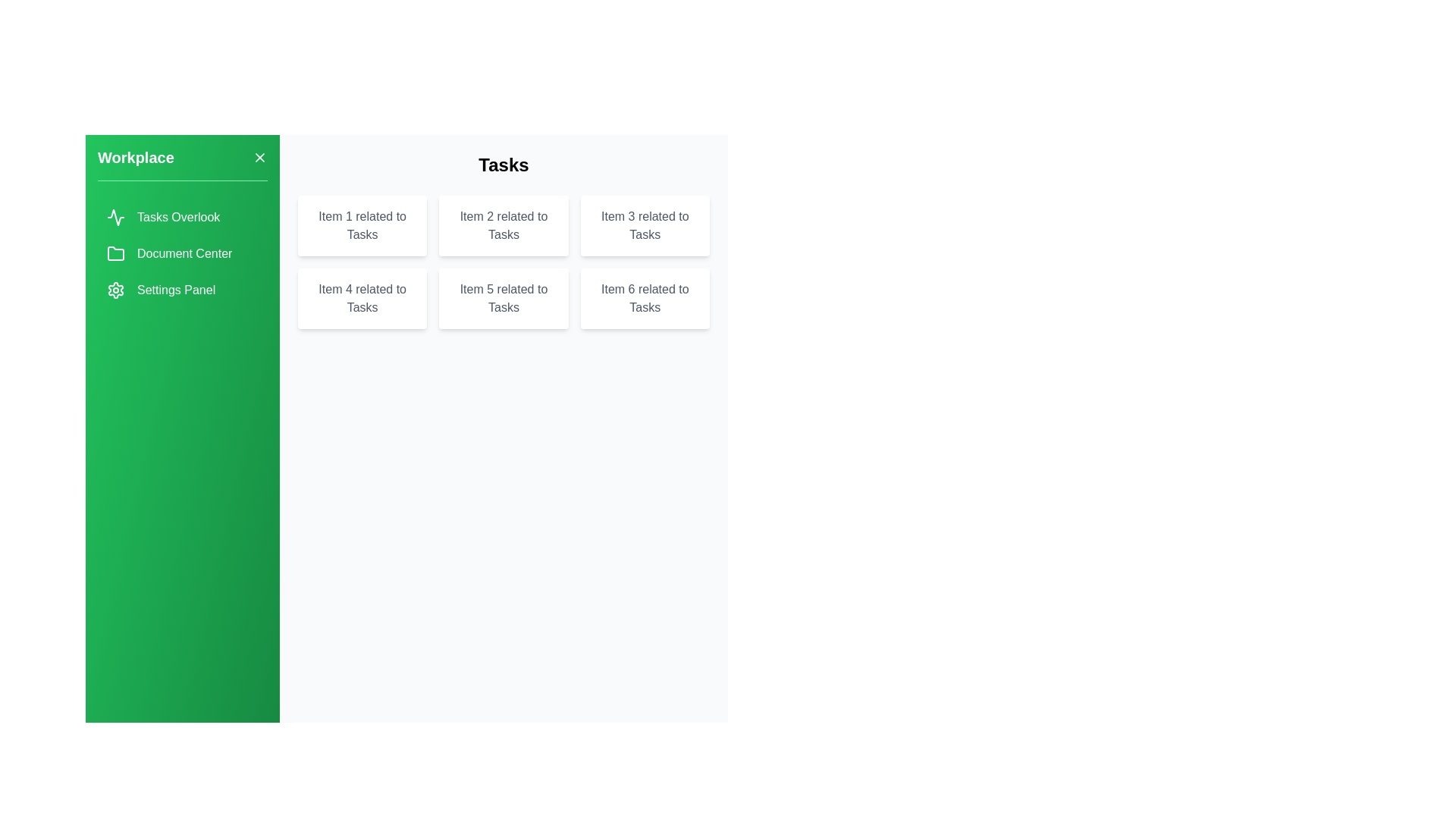 Image resolution: width=1456 pixels, height=819 pixels. What do you see at coordinates (182, 217) in the screenshot?
I see `the Tasks Overlook section from the drawer menu` at bounding box center [182, 217].